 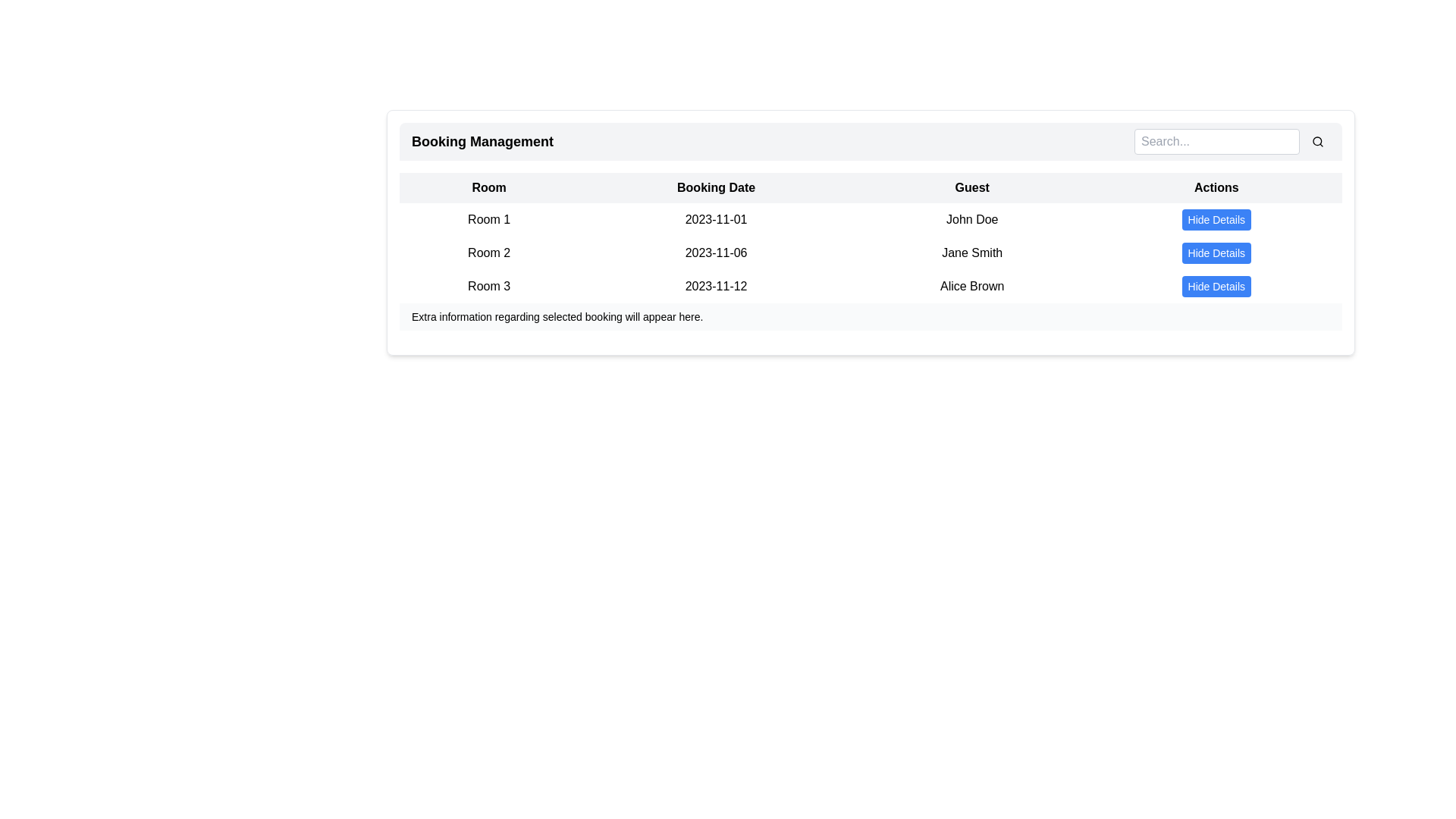 I want to click on the magnifying glass icon representing search functionality, located at the top-right corner next to the search text input, so click(x=1316, y=141).